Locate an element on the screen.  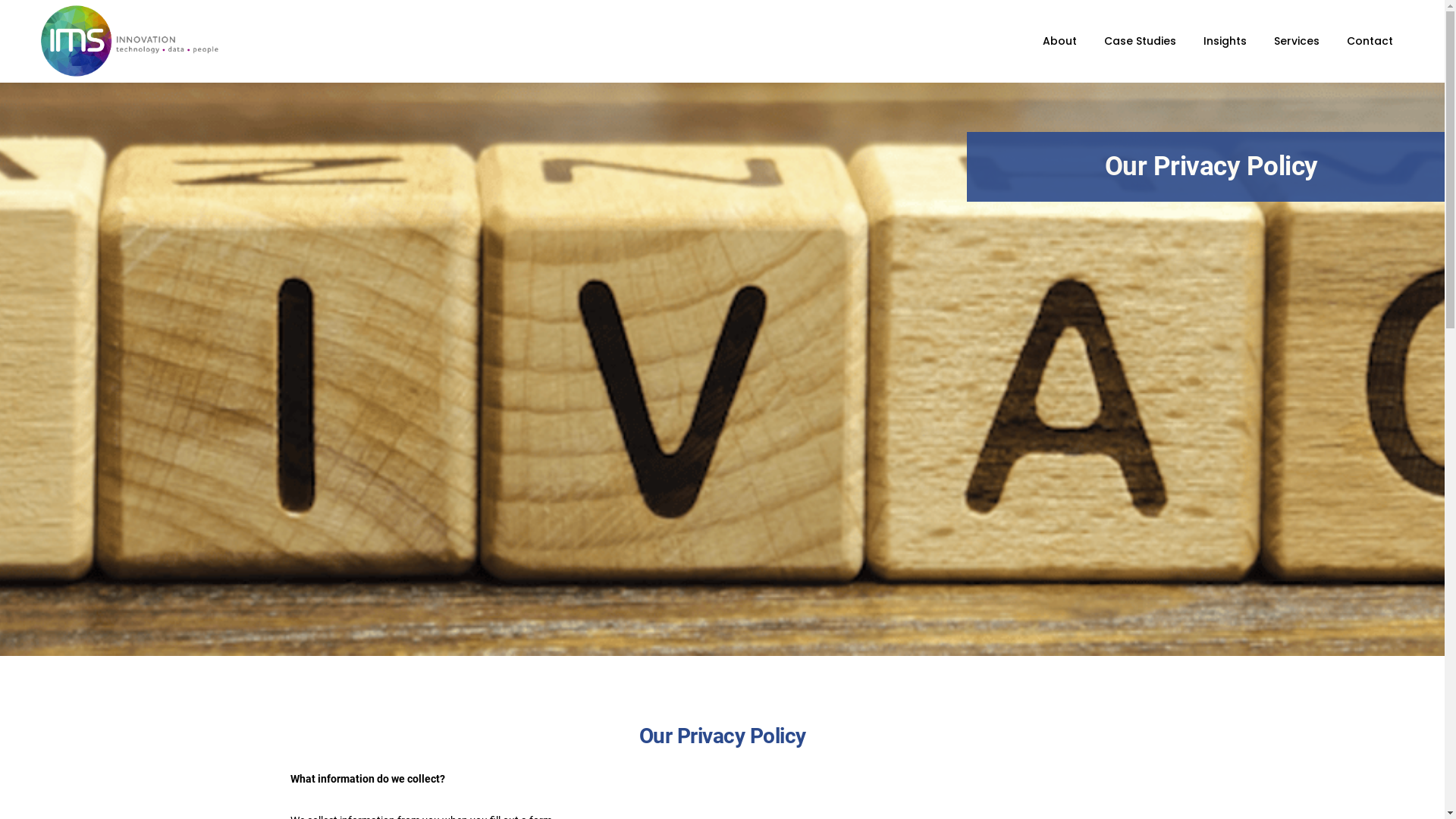
'Contact' is located at coordinates (1370, 40).